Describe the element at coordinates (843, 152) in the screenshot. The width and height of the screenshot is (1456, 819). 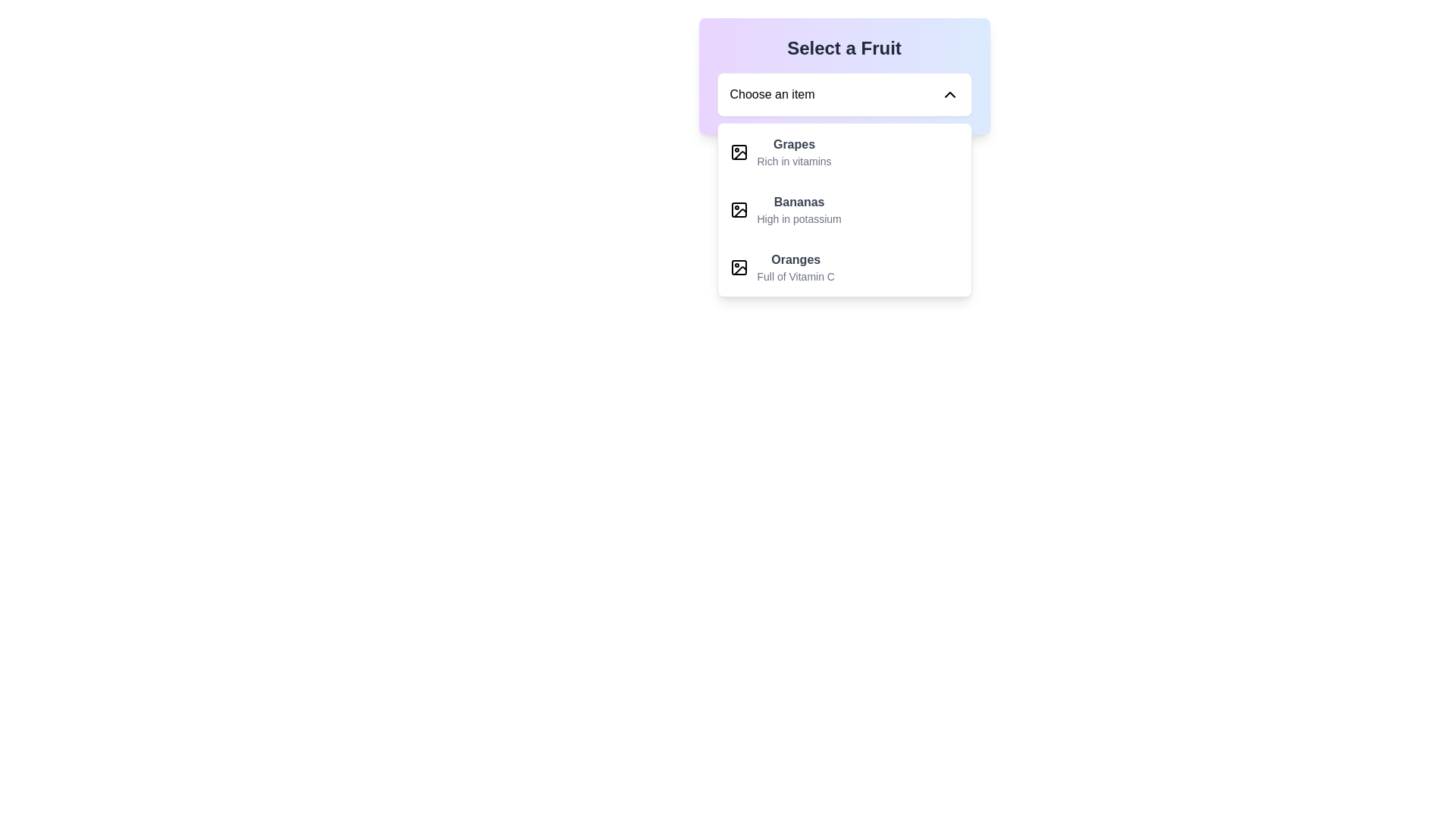
I see `the first item` at that location.